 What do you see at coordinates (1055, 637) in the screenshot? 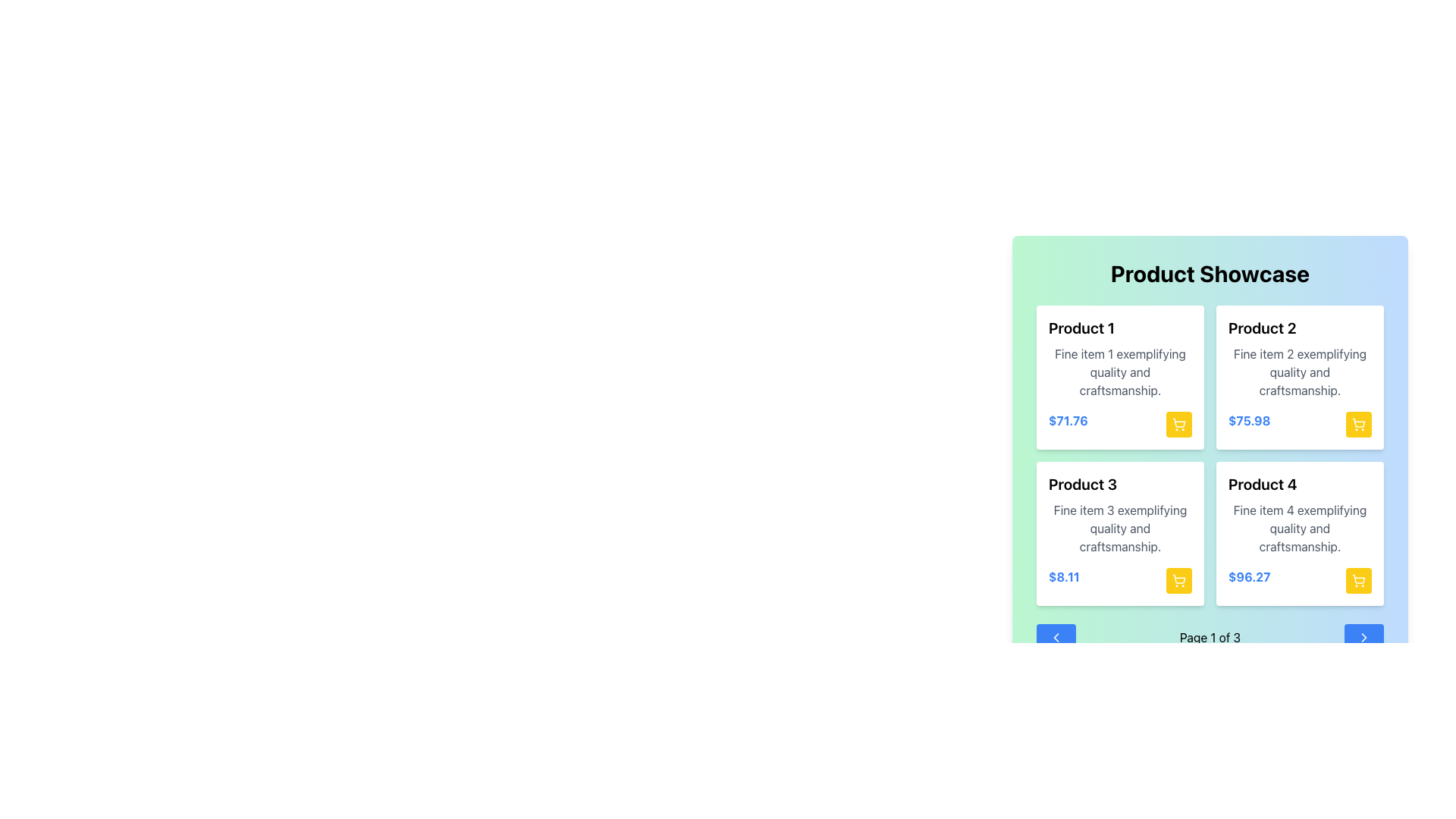
I see `the leftward-pointing chevron icon inside the blue rounded rectangular button` at bounding box center [1055, 637].